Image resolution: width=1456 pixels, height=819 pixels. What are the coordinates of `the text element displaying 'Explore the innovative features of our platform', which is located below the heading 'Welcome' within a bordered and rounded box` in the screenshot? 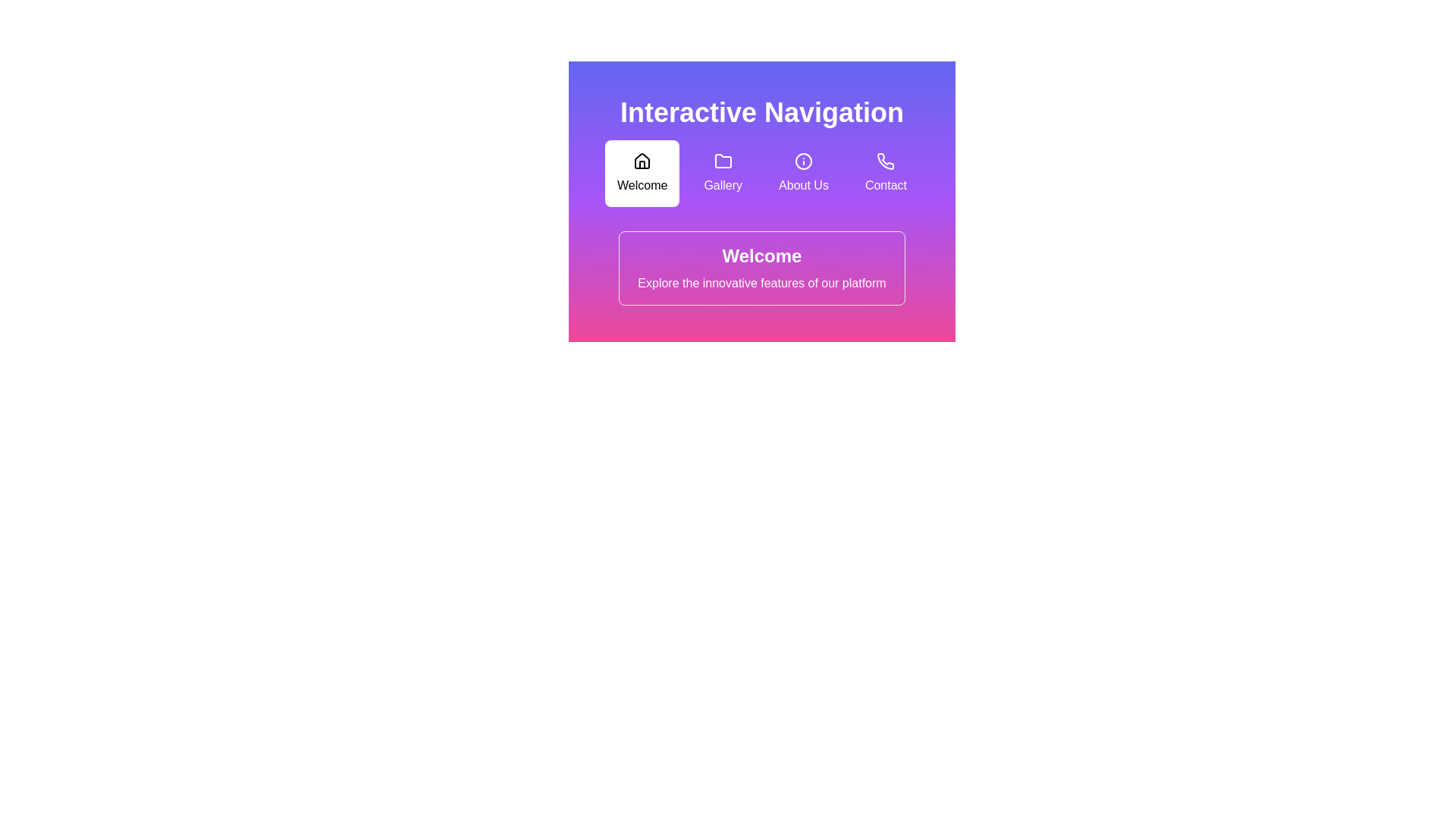 It's located at (761, 284).